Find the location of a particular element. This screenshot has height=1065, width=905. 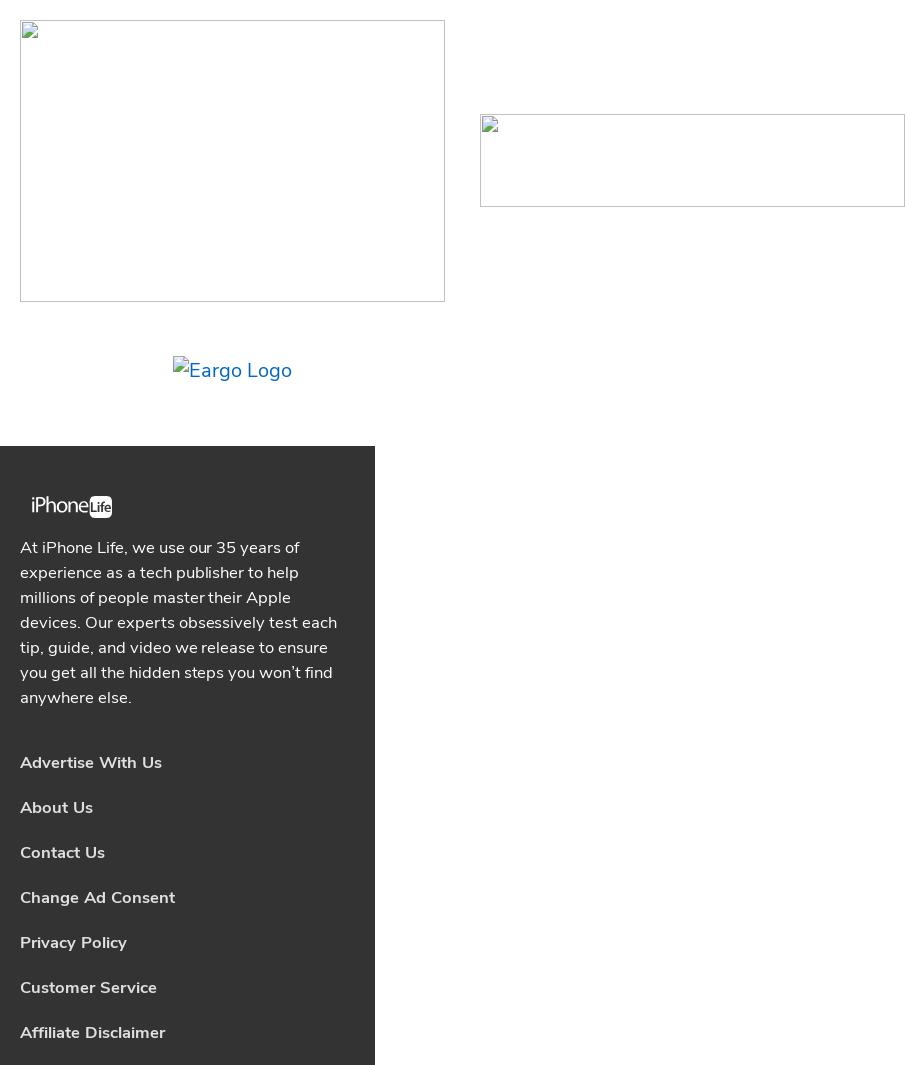

'Customer Service' is located at coordinates (87, 398).